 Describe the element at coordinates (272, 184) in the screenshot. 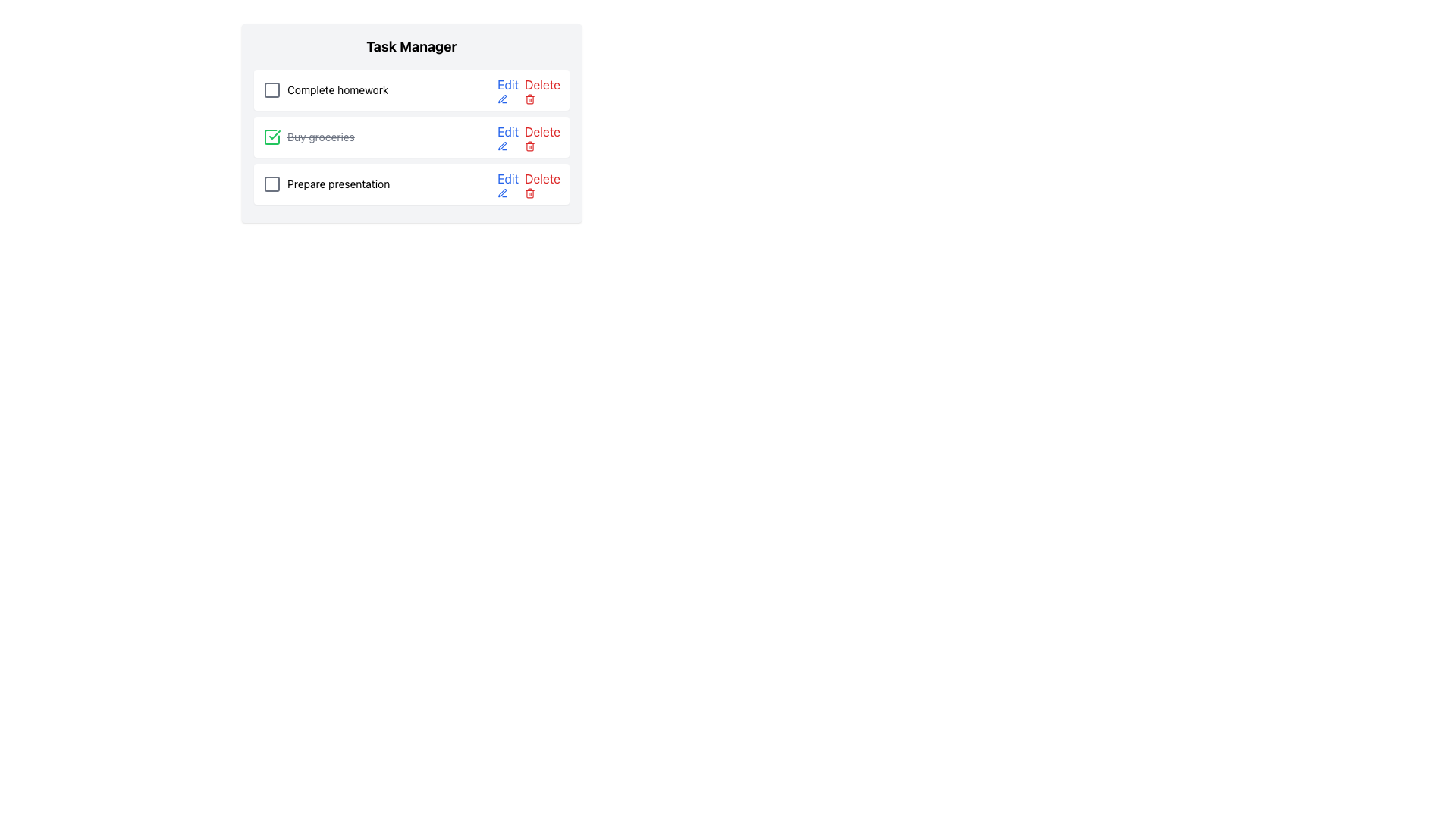

I see `the Square indicator or checkbox associated with the 'Prepare presentation' task, located at the beginning of its row` at that location.